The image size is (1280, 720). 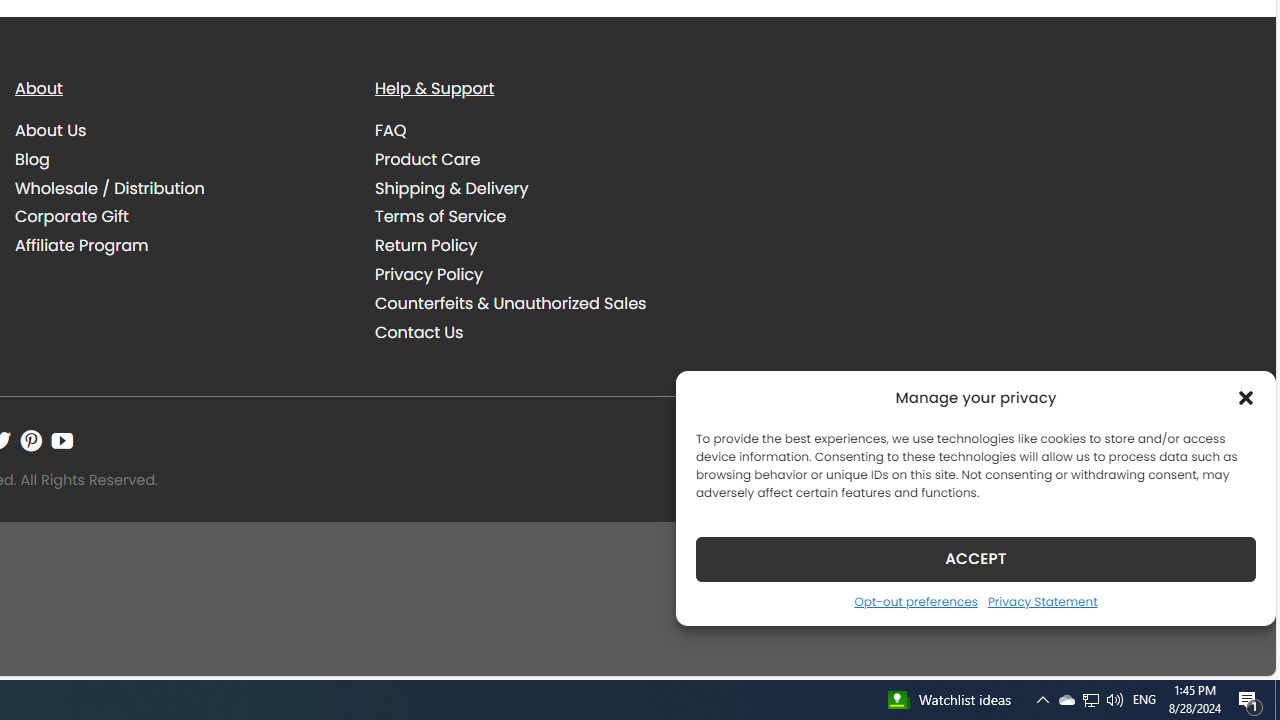 What do you see at coordinates (1041, 600) in the screenshot?
I see `'Privacy Statement'` at bounding box center [1041, 600].